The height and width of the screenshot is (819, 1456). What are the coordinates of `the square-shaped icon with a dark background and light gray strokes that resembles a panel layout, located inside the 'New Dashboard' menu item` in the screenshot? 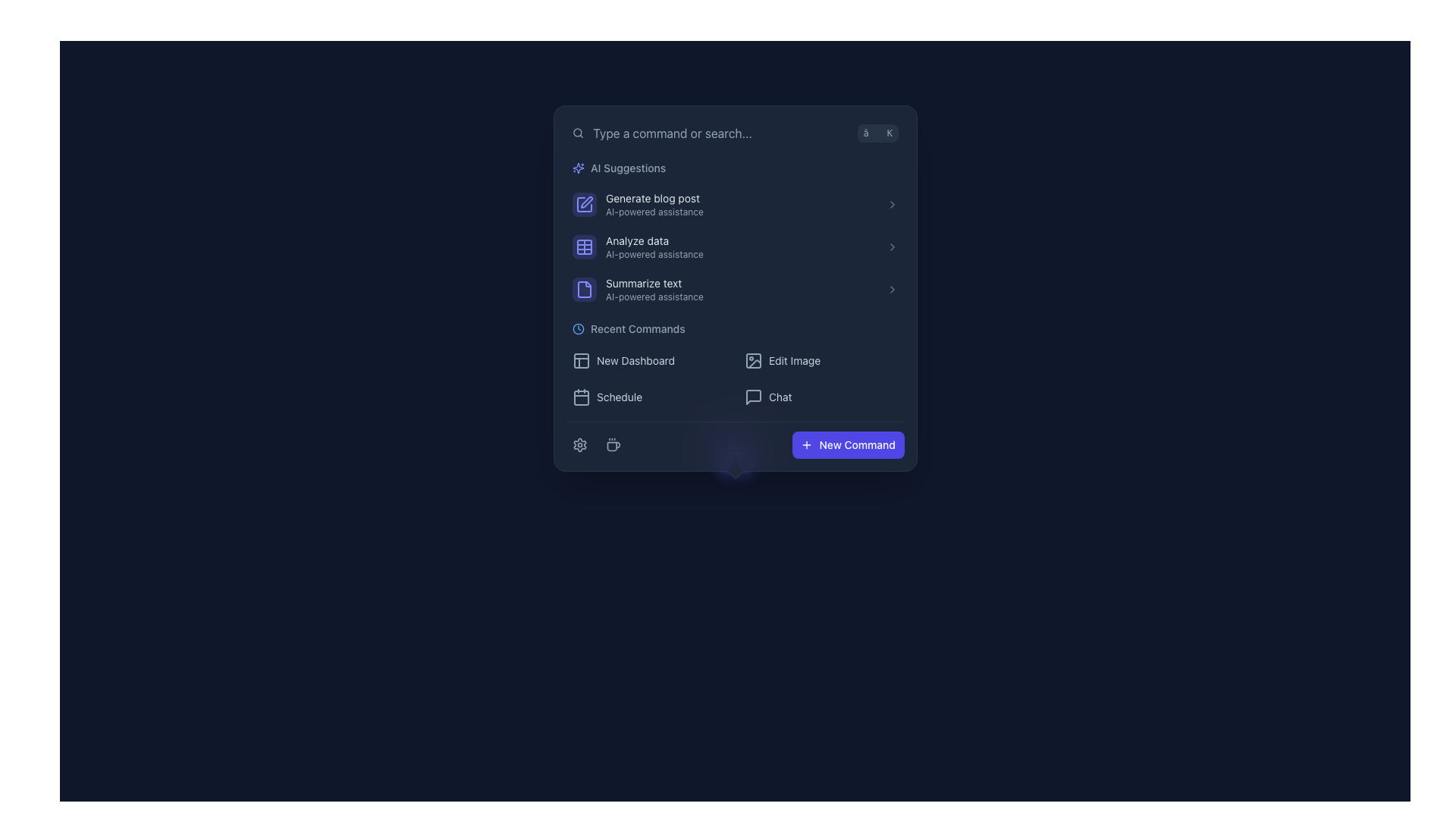 It's located at (580, 360).